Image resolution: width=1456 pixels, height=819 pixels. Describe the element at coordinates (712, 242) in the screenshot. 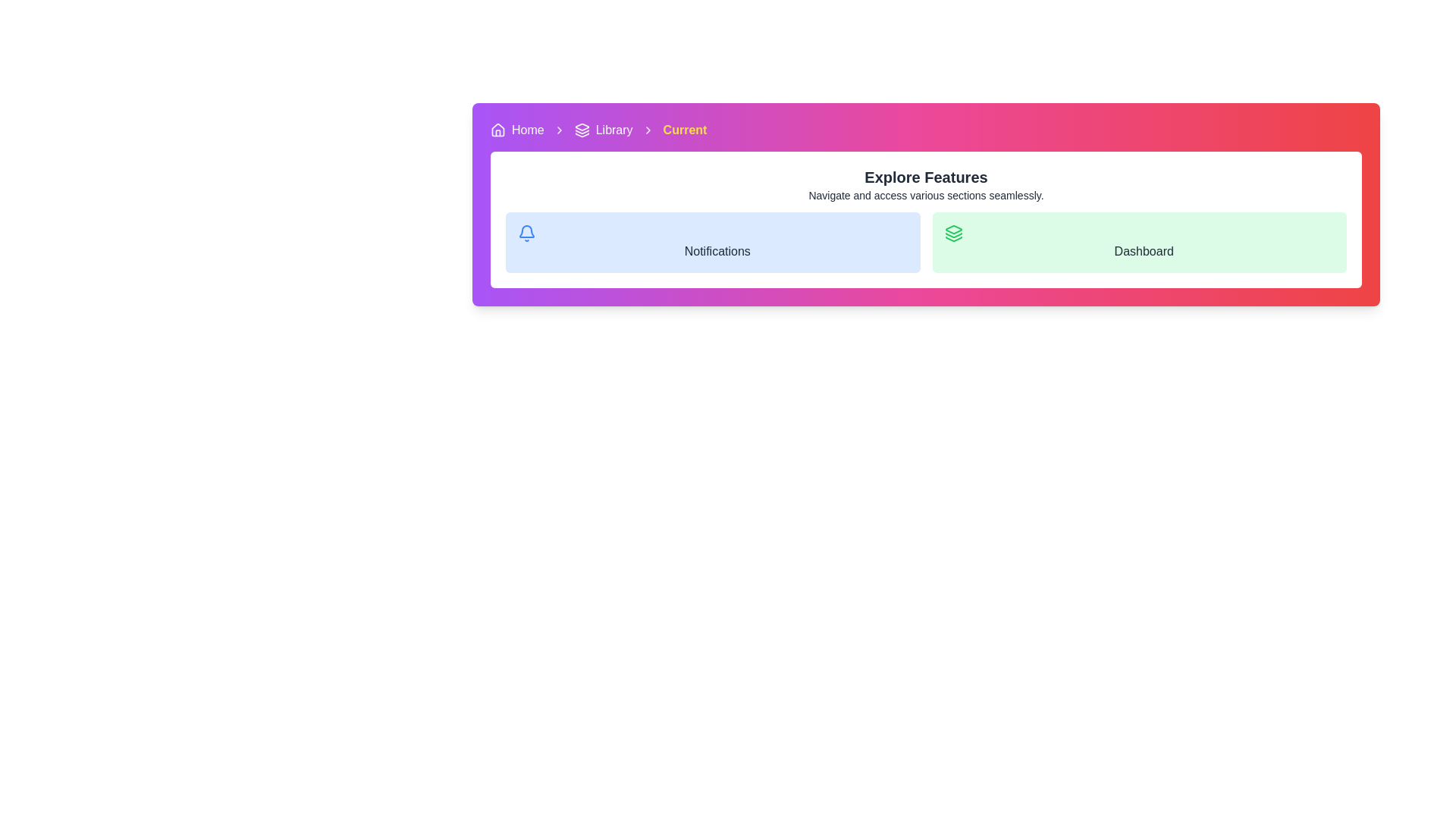

I see `the notifications button located in the first position of a two-column grid layout, positioned to the left of the 'Dashboard' button` at that location.